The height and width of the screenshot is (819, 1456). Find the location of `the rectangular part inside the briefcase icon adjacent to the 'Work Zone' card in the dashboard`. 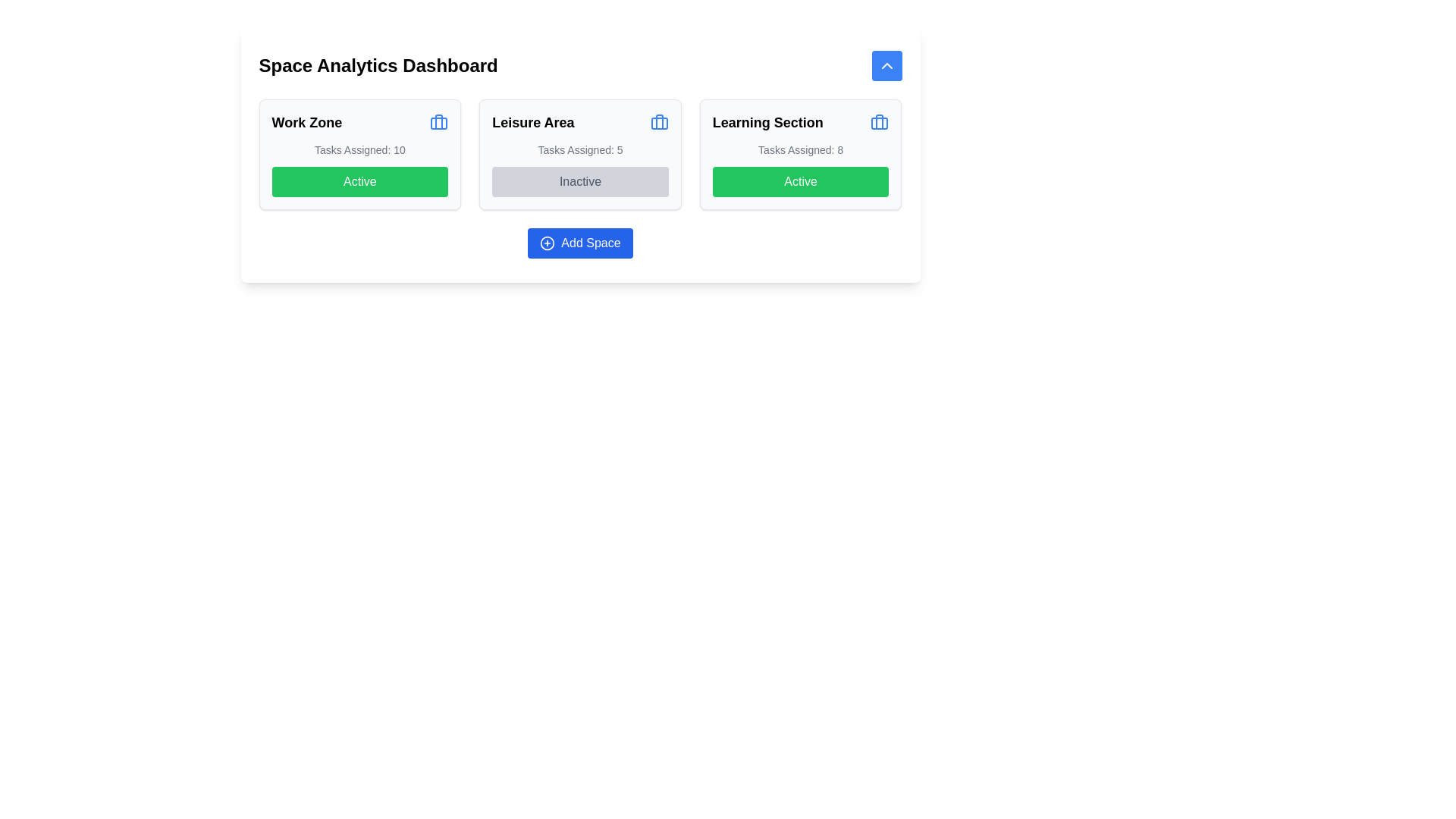

the rectangular part inside the briefcase icon adjacent to the 'Work Zone' card in the dashboard is located at coordinates (438, 122).